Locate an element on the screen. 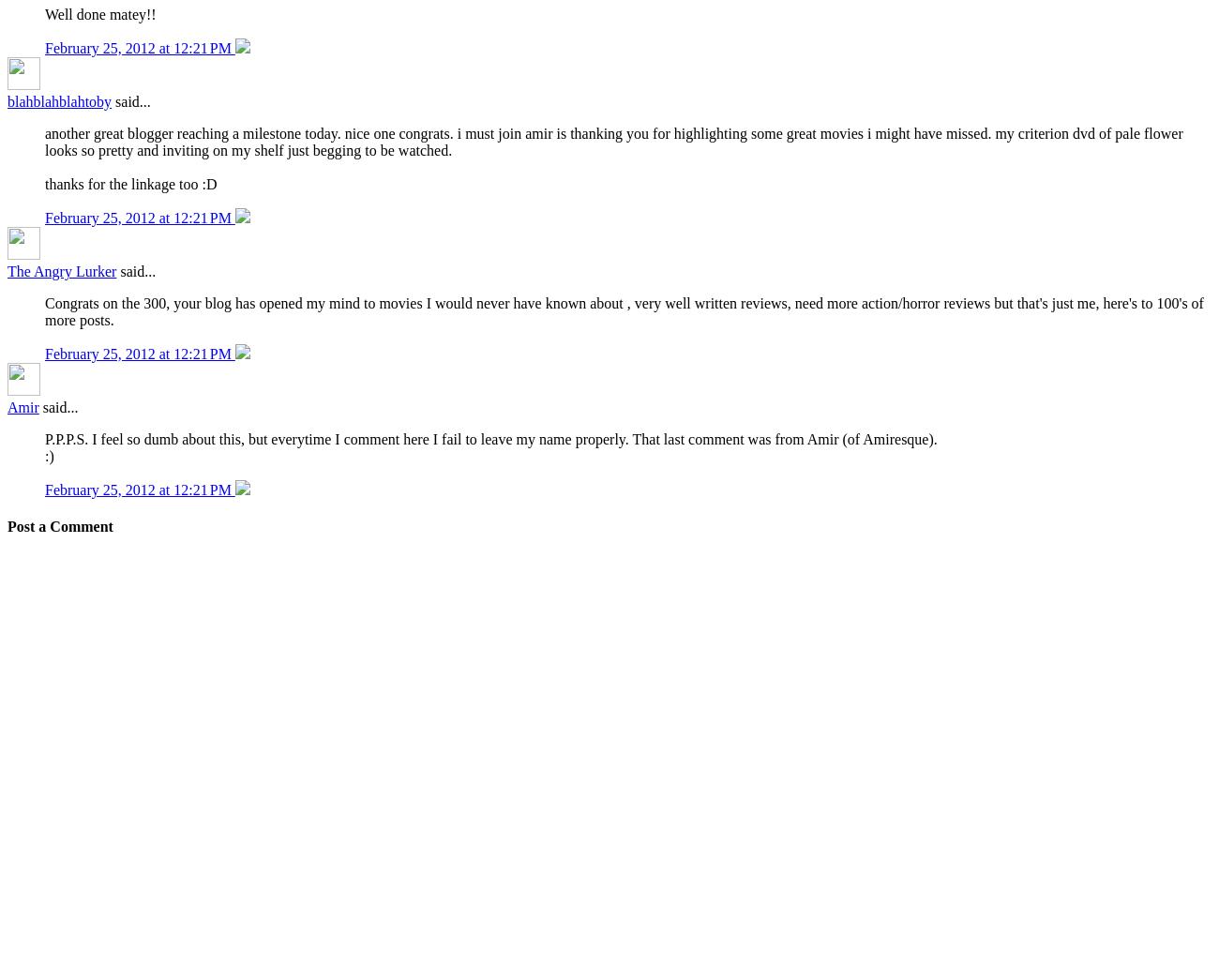 The height and width of the screenshot is (980, 1219). 'P.P.P.S. I feel so dumb about this, but everytime I comment here I fail to leave my name properly. That last comment was from Amir (of Amiresque).' is located at coordinates (43, 438).